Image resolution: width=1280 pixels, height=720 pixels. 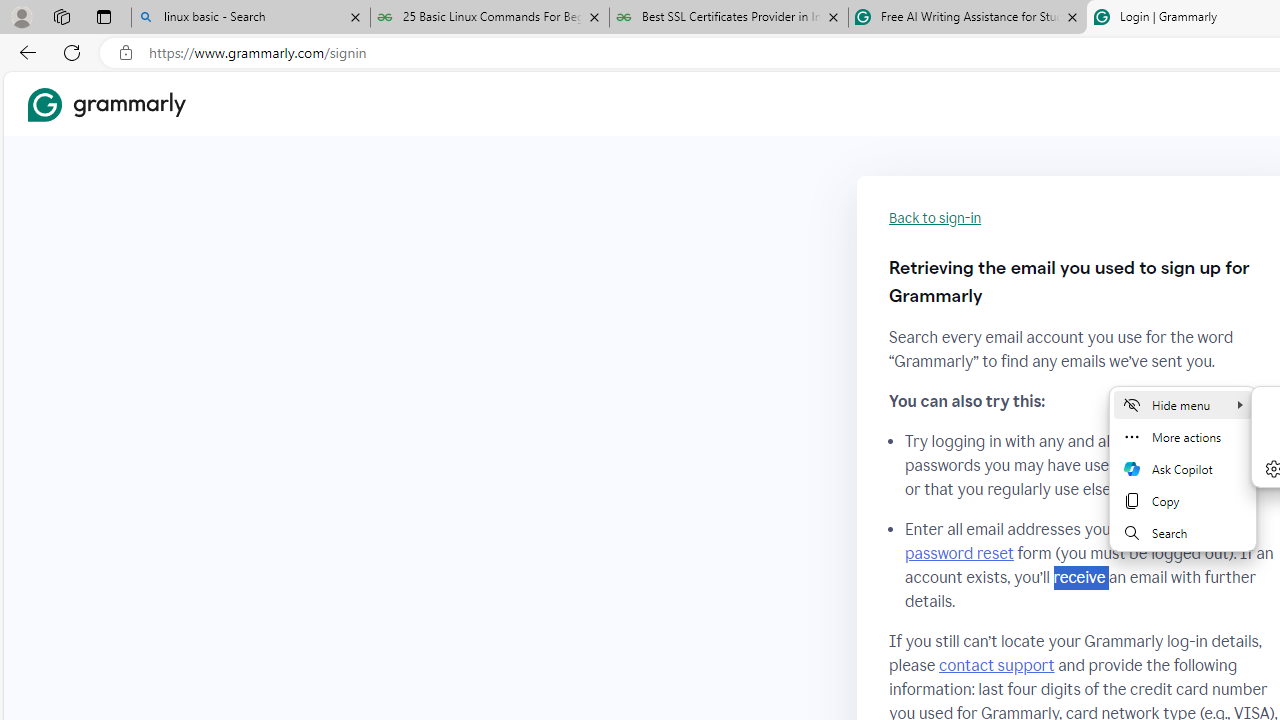 What do you see at coordinates (105, 104) in the screenshot?
I see `'Grammarly Home'` at bounding box center [105, 104].